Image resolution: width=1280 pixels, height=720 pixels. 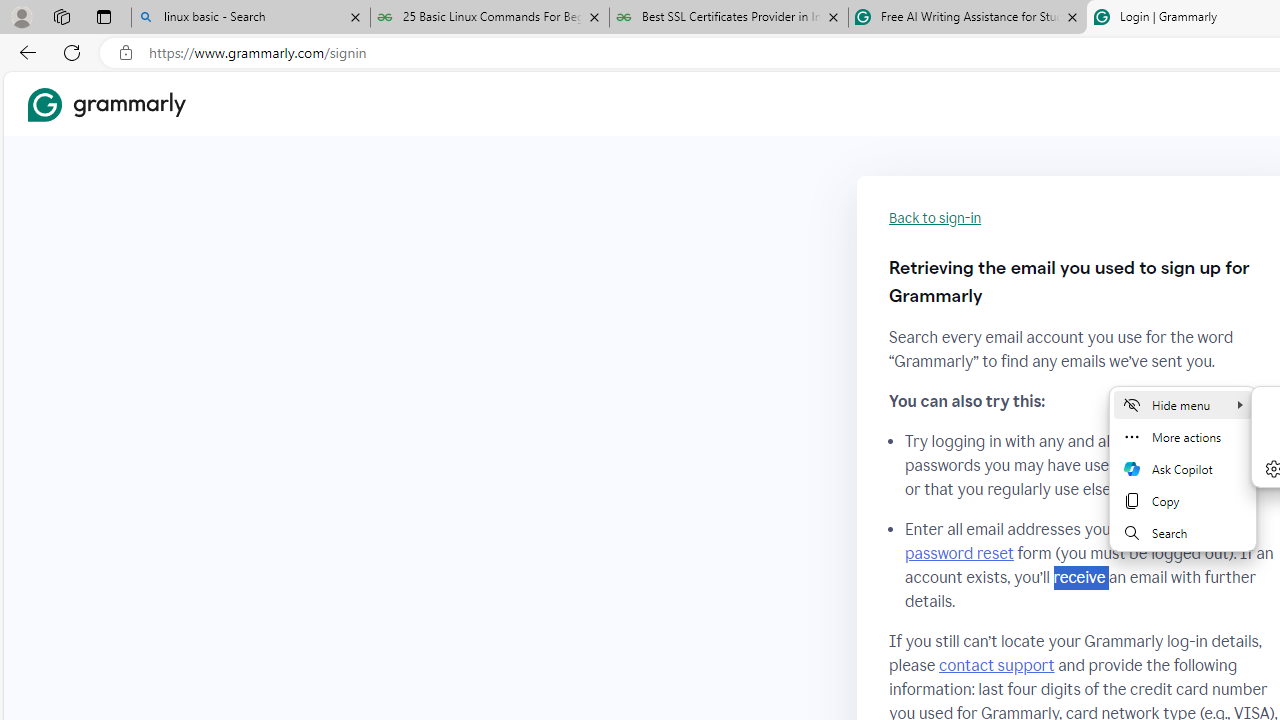 What do you see at coordinates (105, 104) in the screenshot?
I see `'Grammarly Home'` at bounding box center [105, 104].